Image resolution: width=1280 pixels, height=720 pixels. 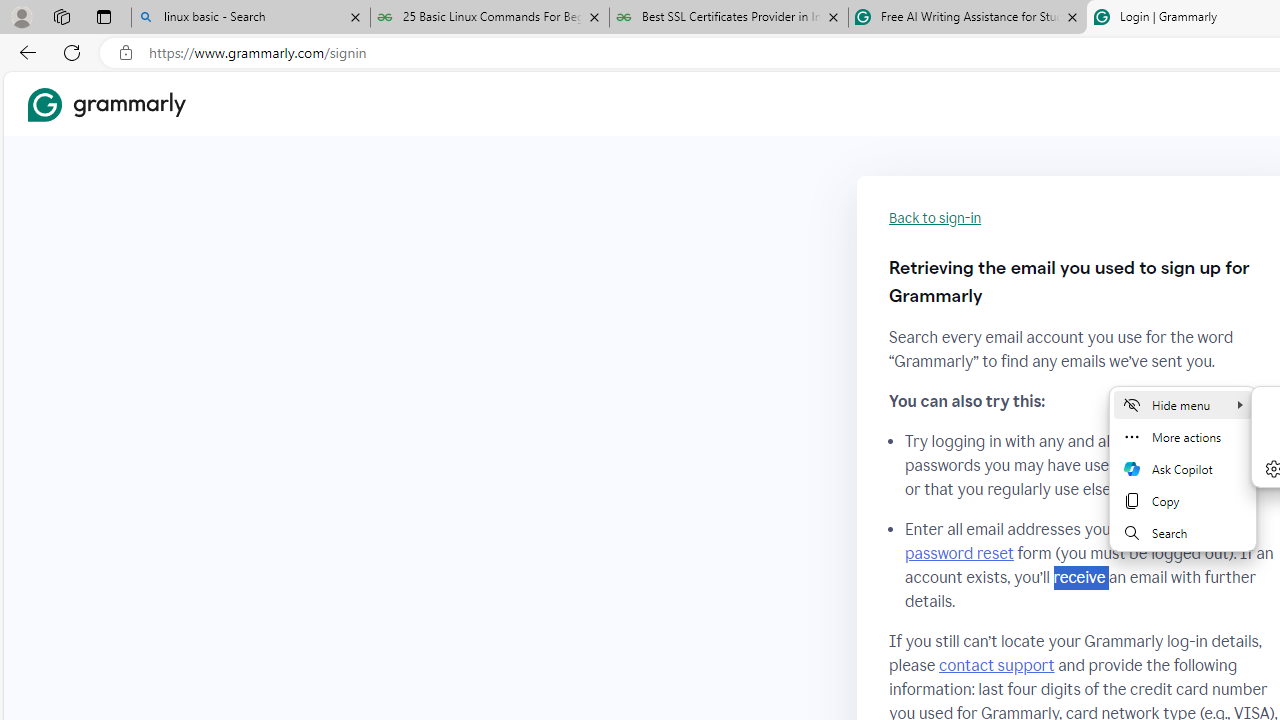 What do you see at coordinates (105, 104) in the screenshot?
I see `'Grammarly Home'` at bounding box center [105, 104].